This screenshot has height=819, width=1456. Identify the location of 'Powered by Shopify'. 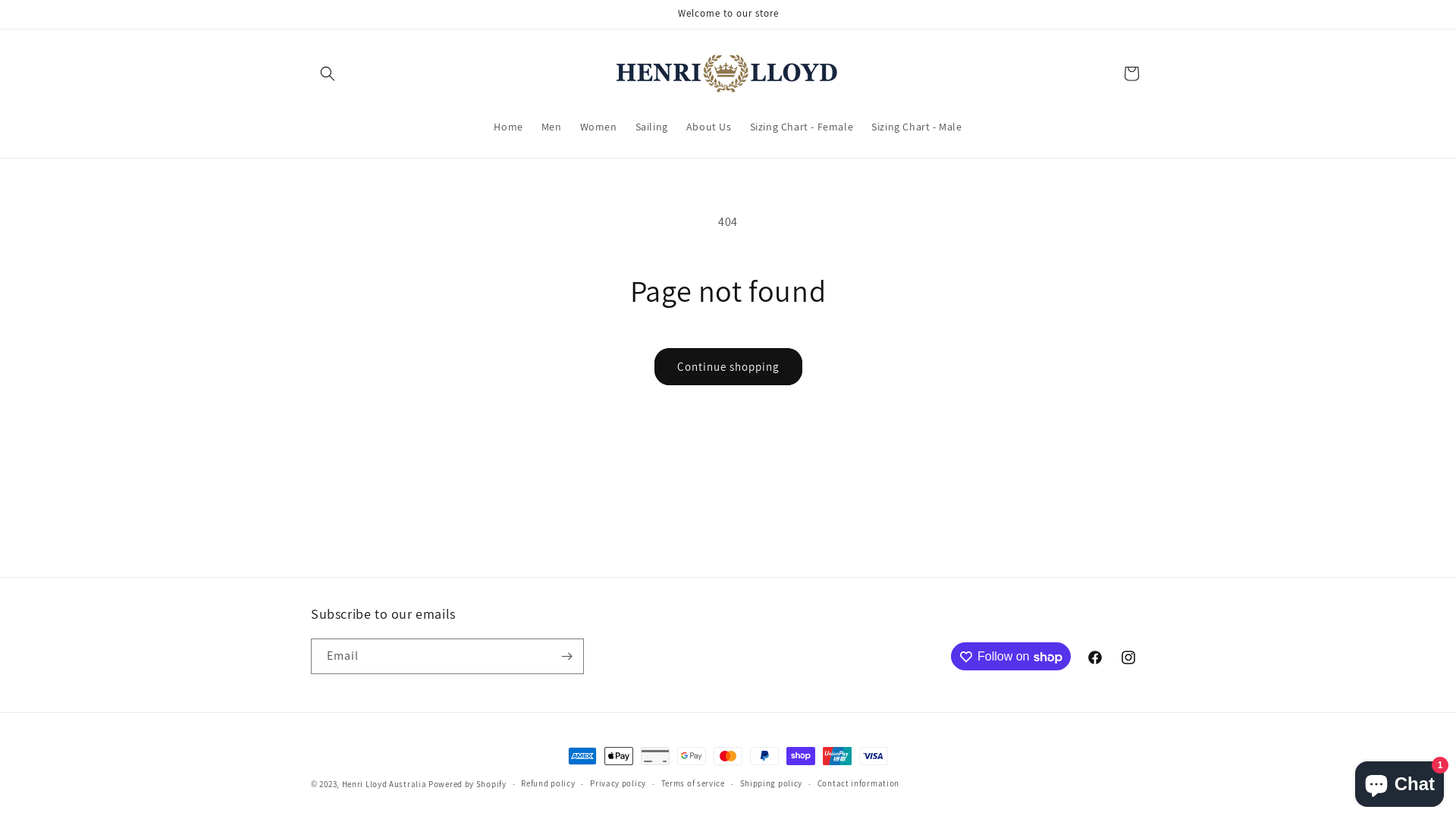
(428, 783).